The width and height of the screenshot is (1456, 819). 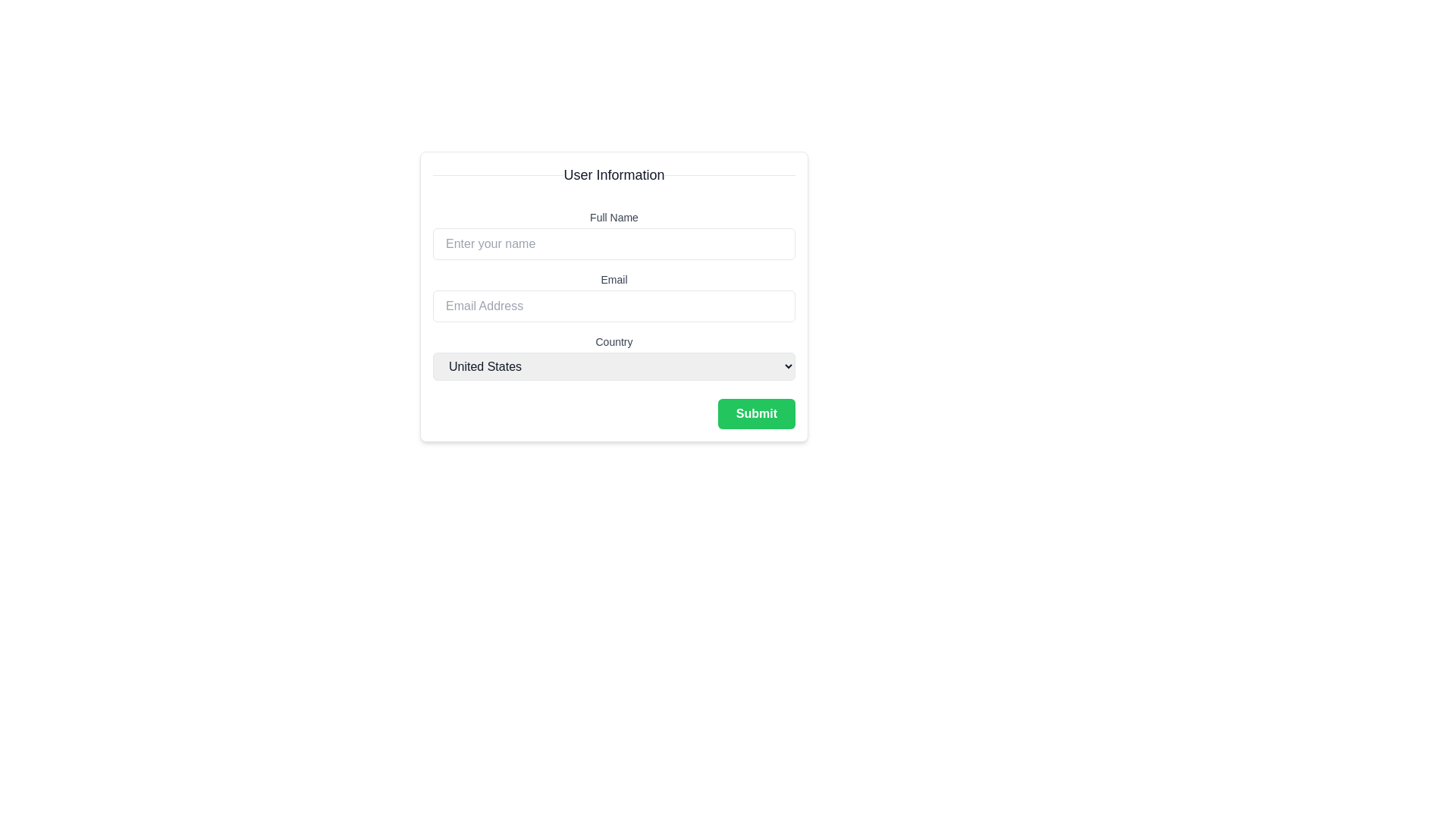 I want to click on the 'Submit' button with bold white text on a bright green background, so click(x=756, y=414).